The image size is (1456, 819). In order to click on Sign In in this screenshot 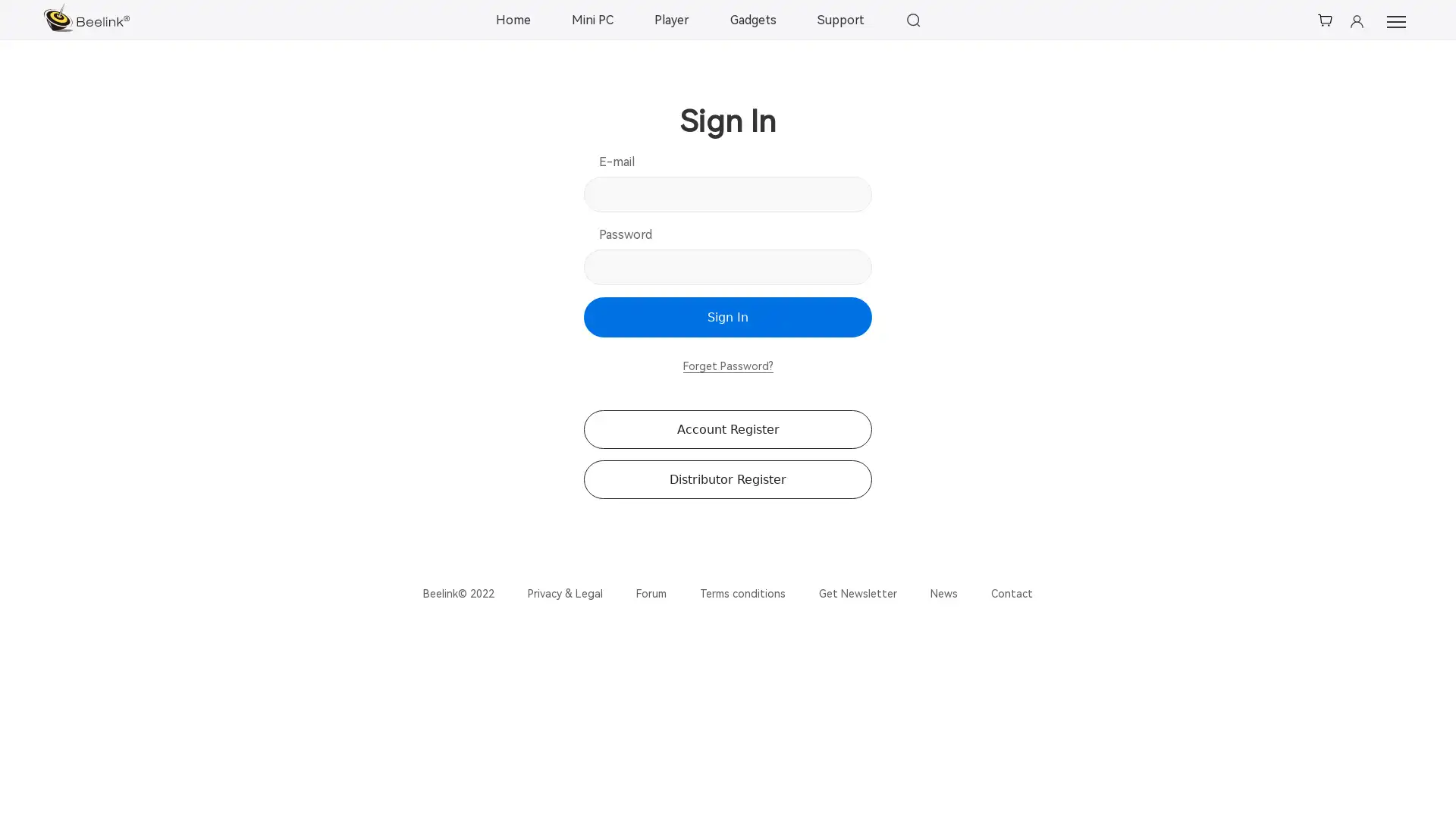, I will do `click(728, 316)`.